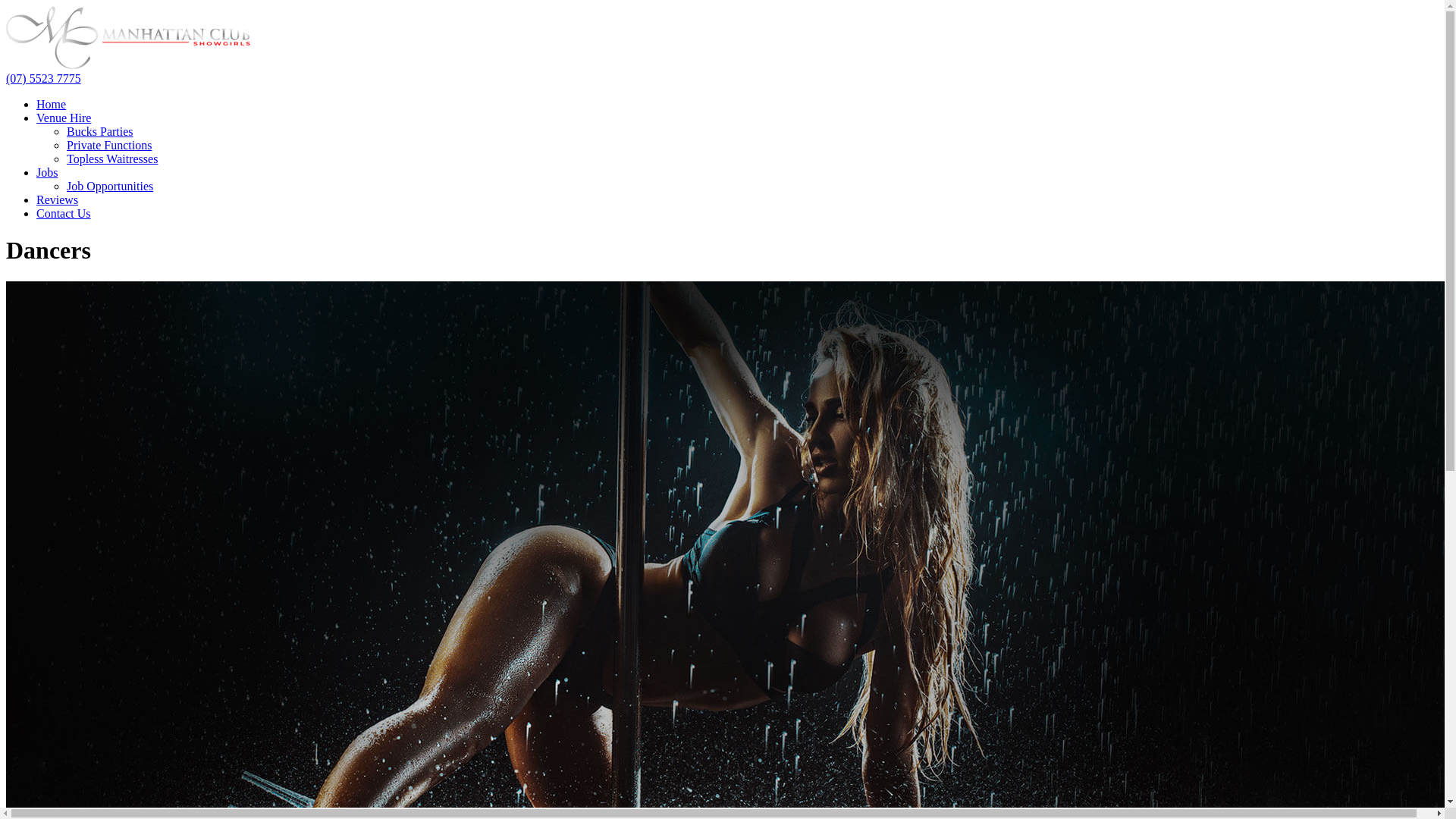  Describe the element at coordinates (6, 78) in the screenshot. I see `'(07) 5523 7775'` at that location.